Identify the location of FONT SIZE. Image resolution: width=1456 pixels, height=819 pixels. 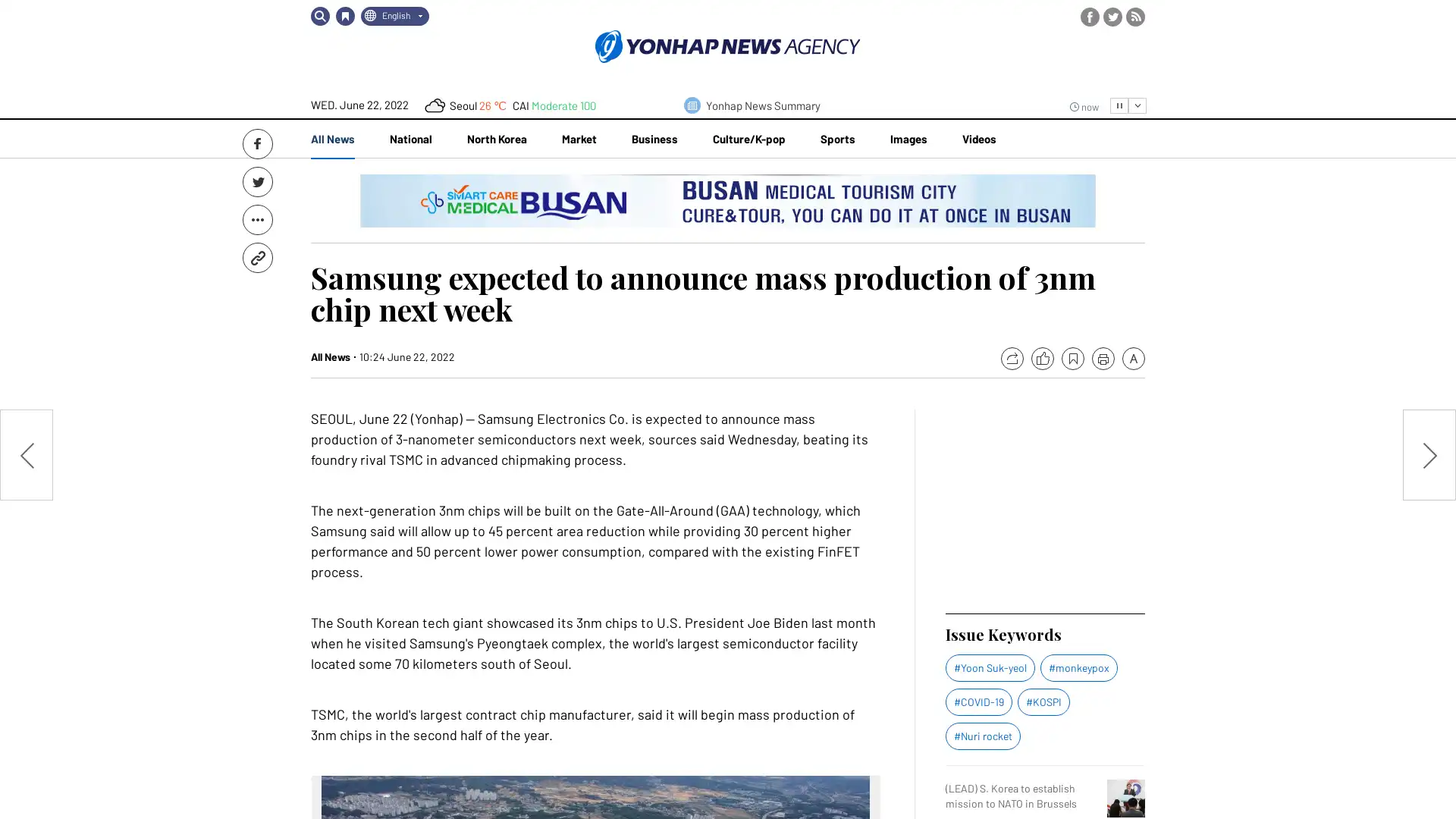
(1133, 359).